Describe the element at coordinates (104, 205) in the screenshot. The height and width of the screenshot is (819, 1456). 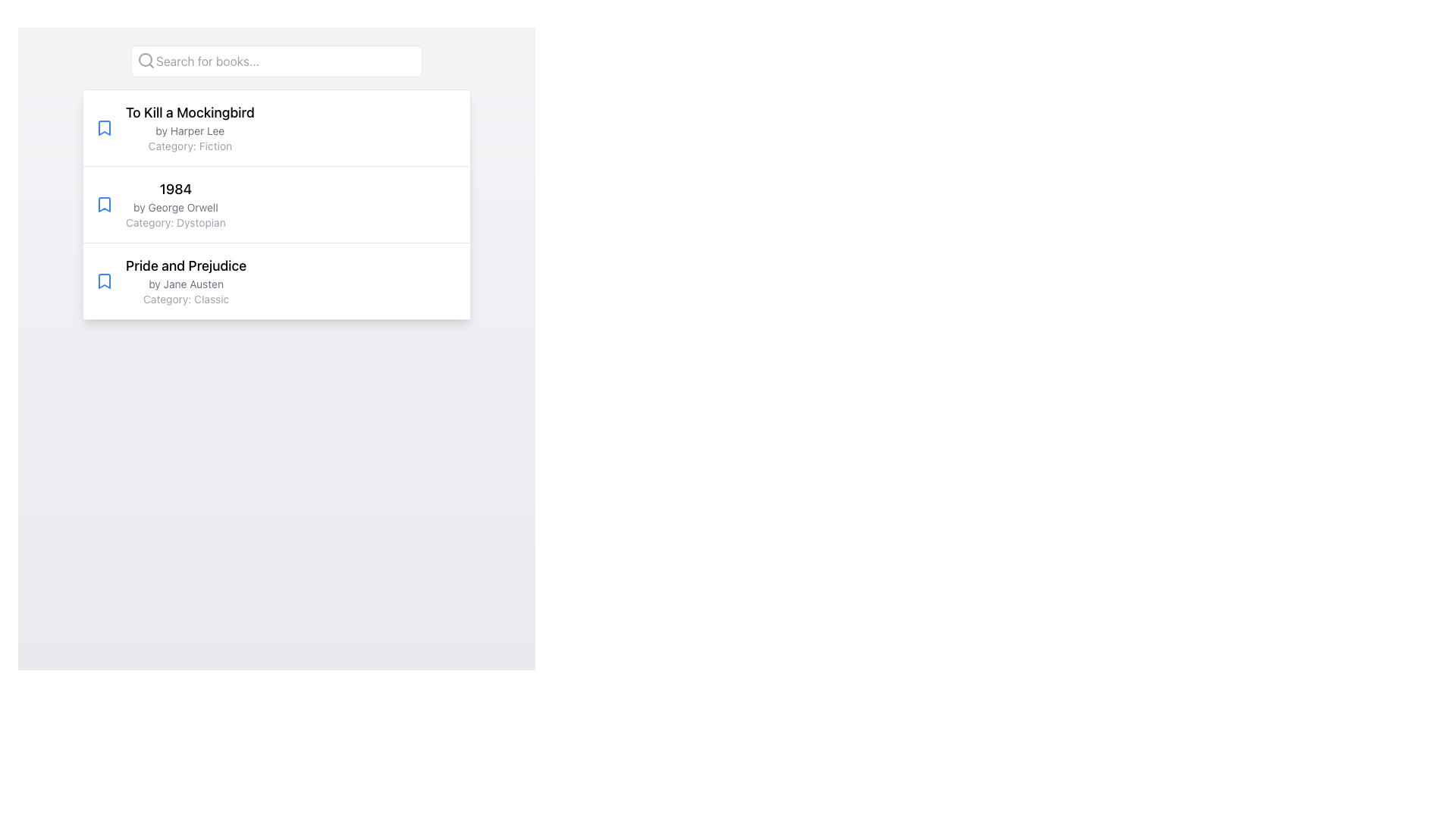
I see `the bookmark icon located in the leftmost portion of the second list item, aligned with the title '1984'` at that location.